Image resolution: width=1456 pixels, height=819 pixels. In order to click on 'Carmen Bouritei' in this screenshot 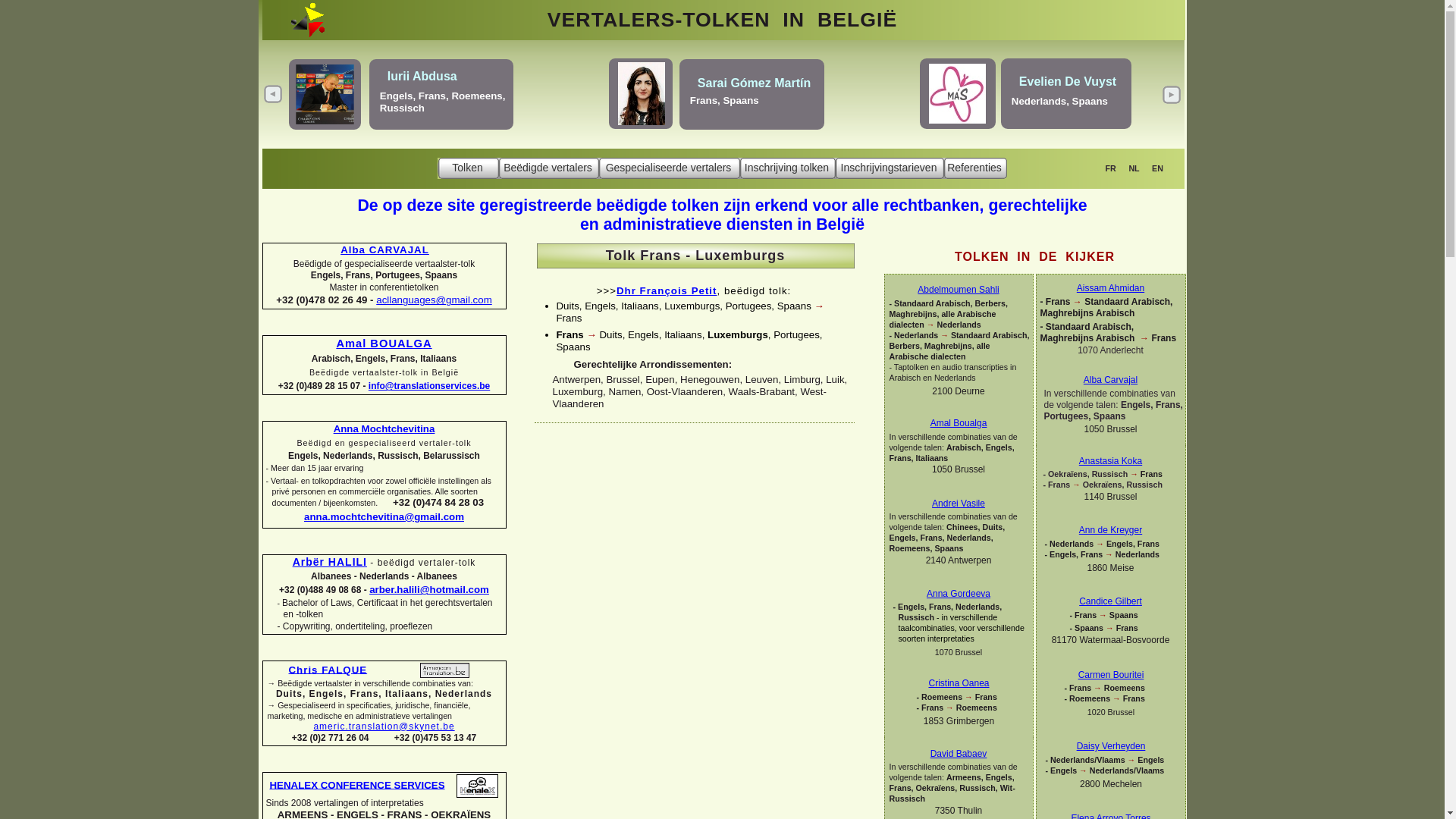, I will do `click(1111, 674)`.